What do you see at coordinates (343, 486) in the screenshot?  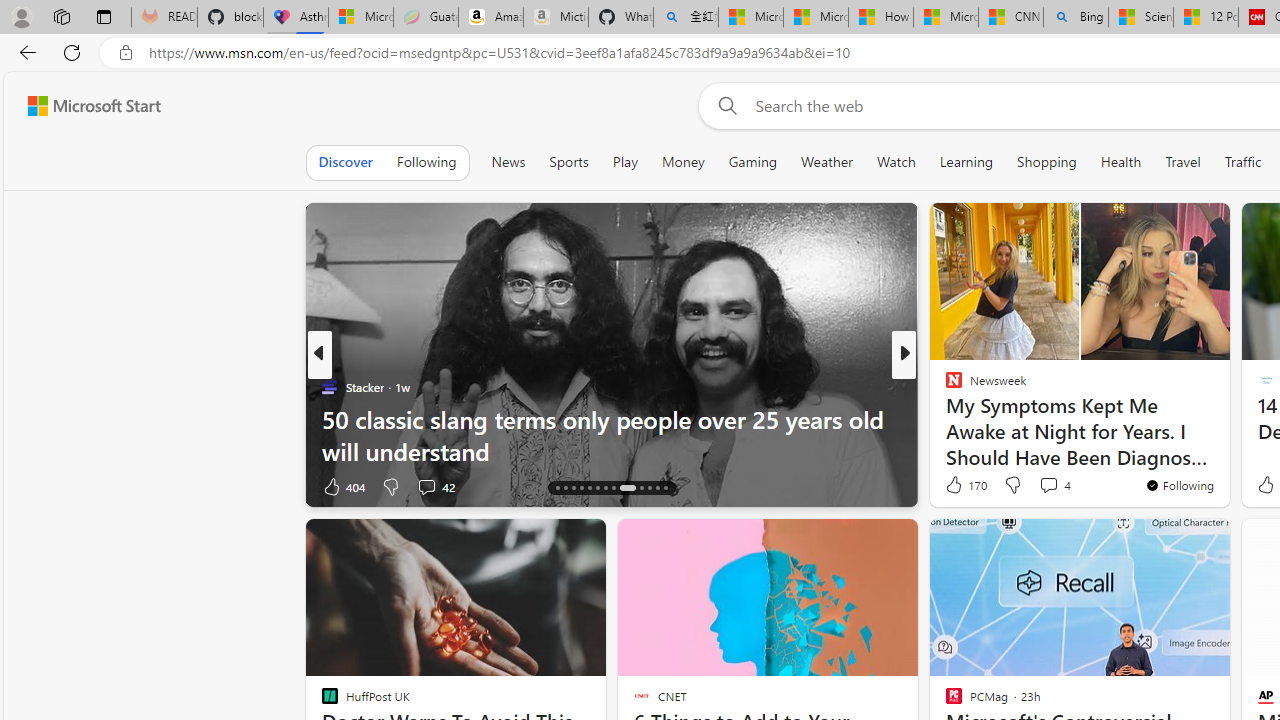 I see `'404 Like'` at bounding box center [343, 486].